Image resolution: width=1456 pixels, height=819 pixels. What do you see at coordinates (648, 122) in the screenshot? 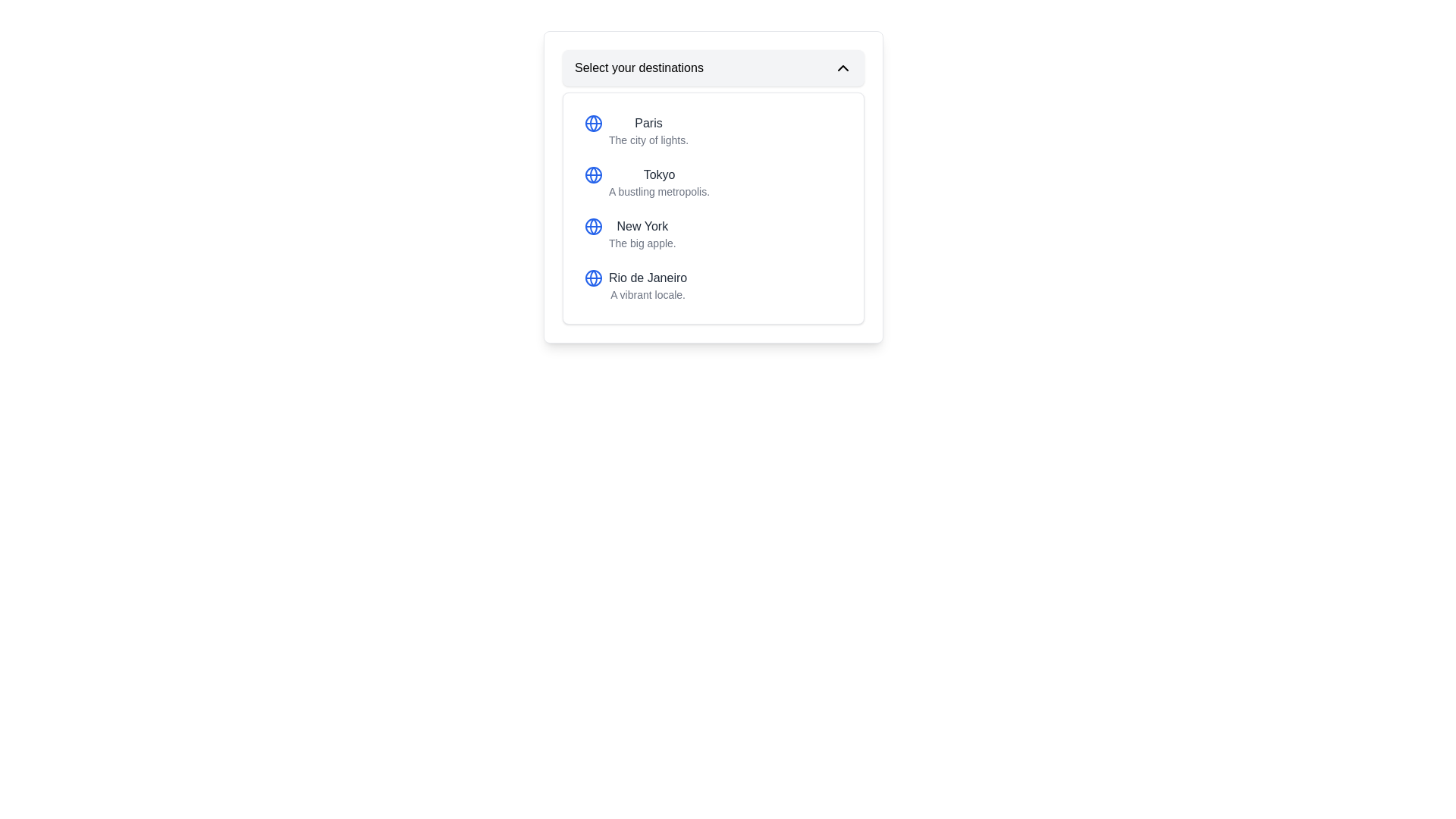
I see `the text label 'Paris'` at bounding box center [648, 122].